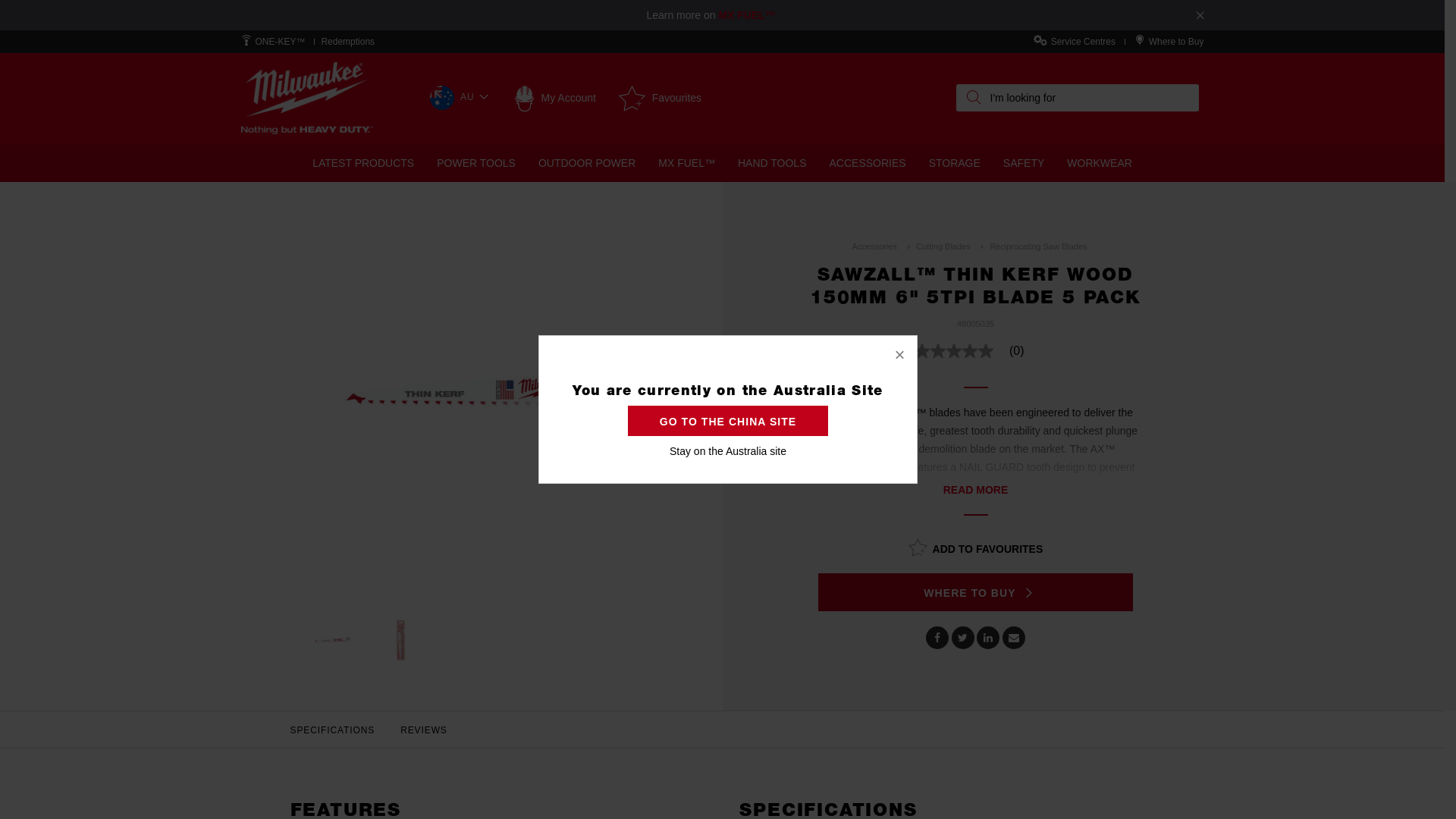 This screenshot has height=819, width=1456. I want to click on 'Accessories', so click(874, 245).